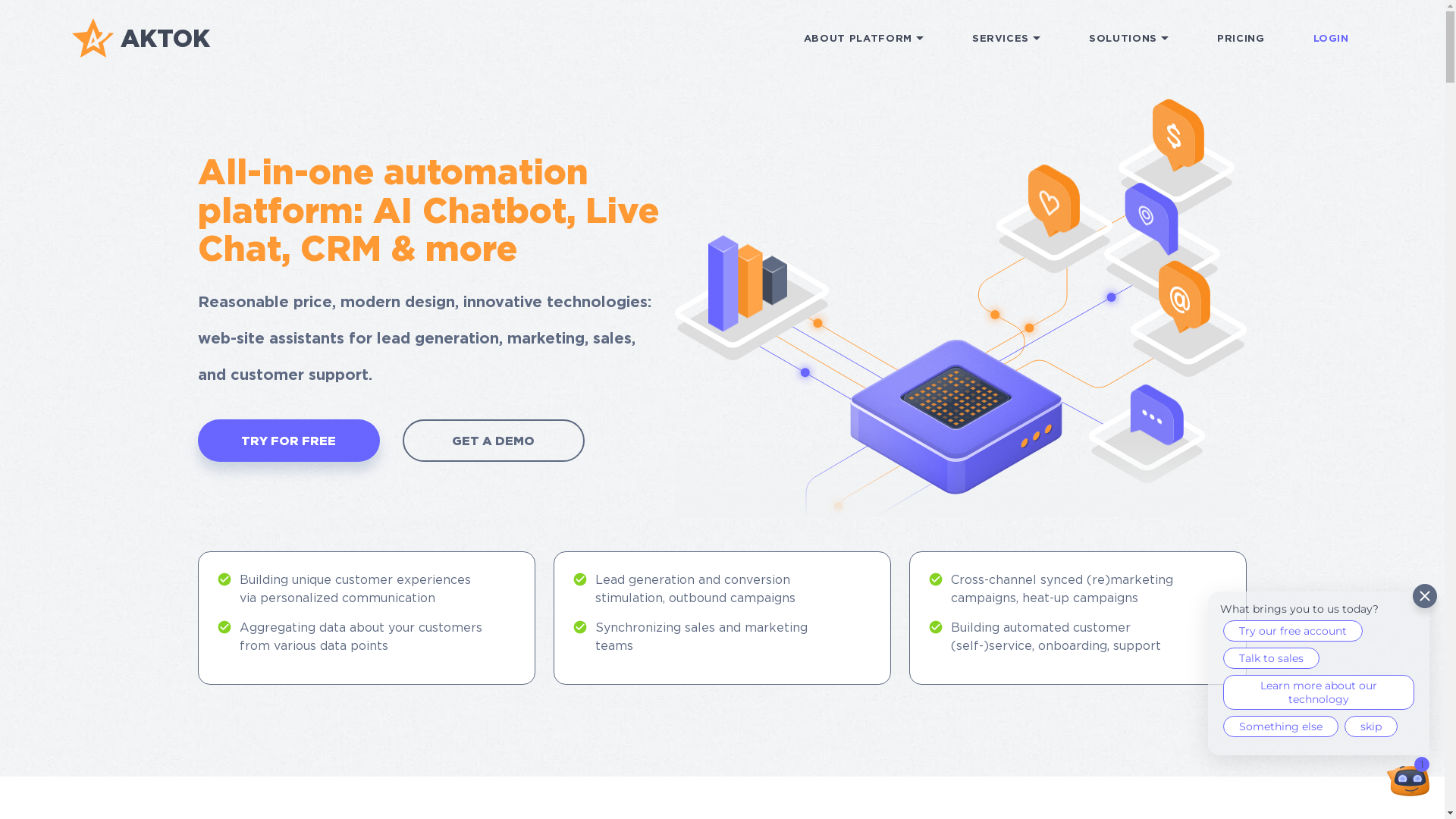  I want to click on 'LOGIN', so click(1329, 37).